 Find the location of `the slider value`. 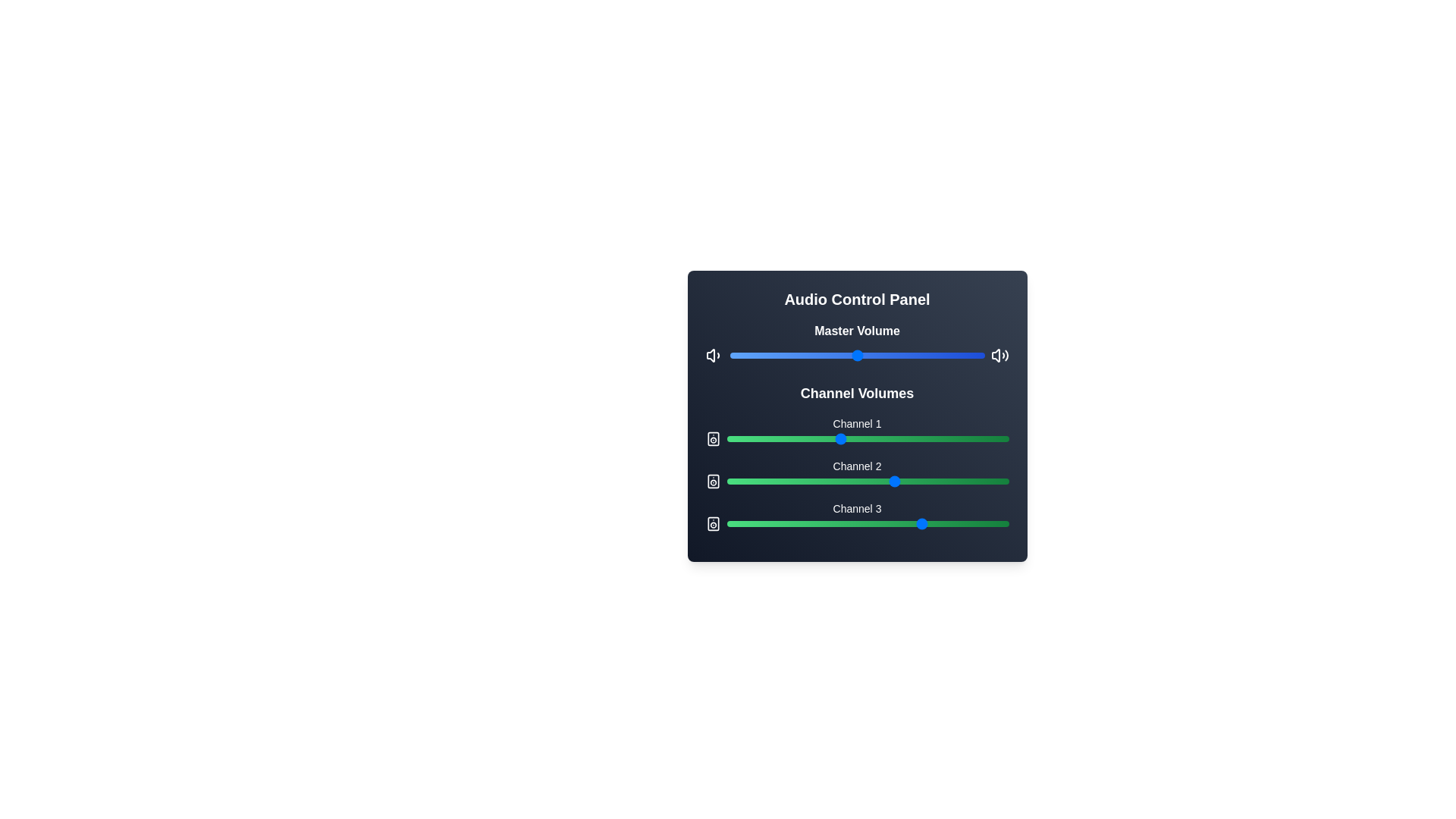

the slider value is located at coordinates (771, 522).